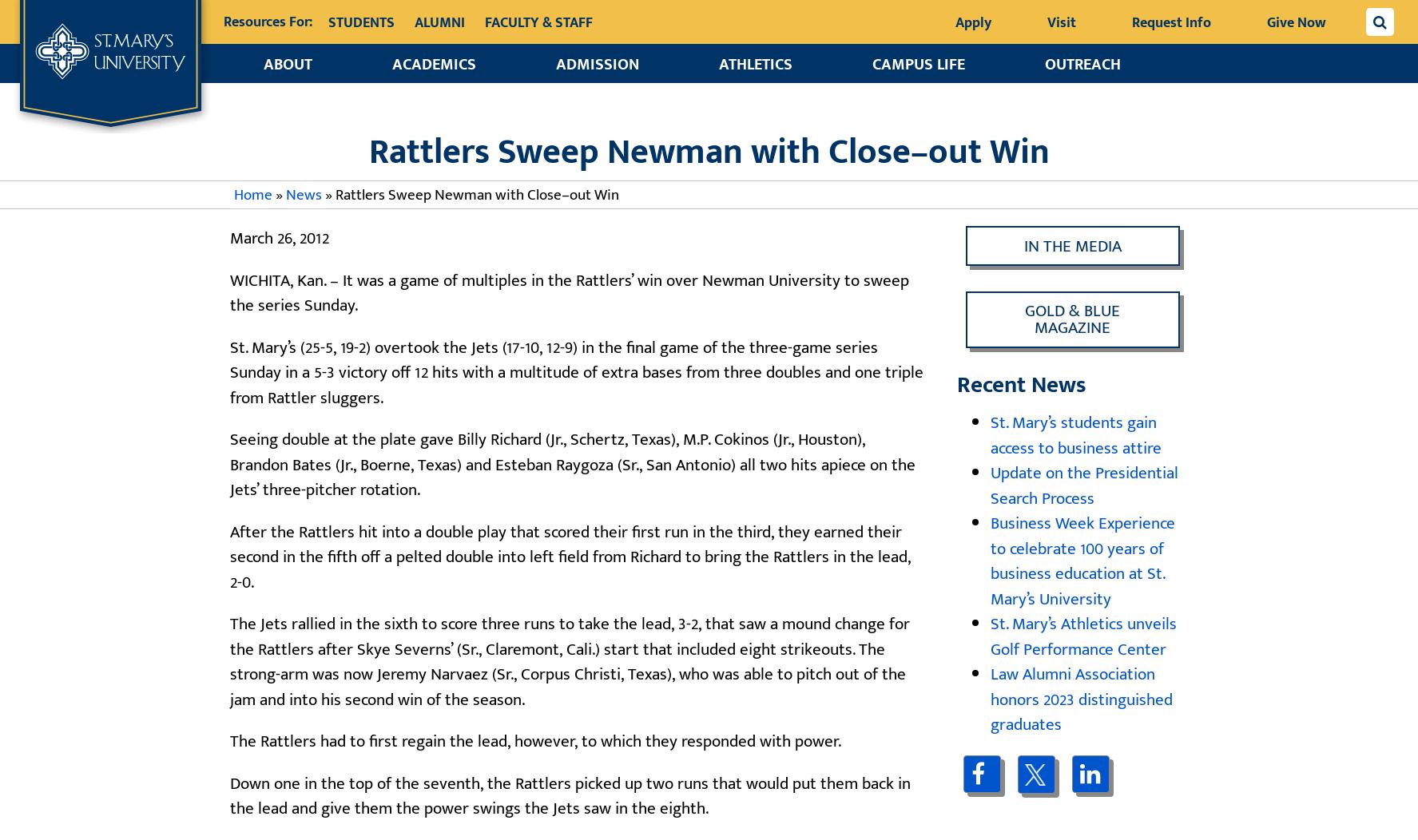  I want to click on 'Down one in the top of the seventh, the Rattlers picked up two runs that would put them back in the lead and give them the power swings the Jets saw in the eighth.', so click(569, 795).